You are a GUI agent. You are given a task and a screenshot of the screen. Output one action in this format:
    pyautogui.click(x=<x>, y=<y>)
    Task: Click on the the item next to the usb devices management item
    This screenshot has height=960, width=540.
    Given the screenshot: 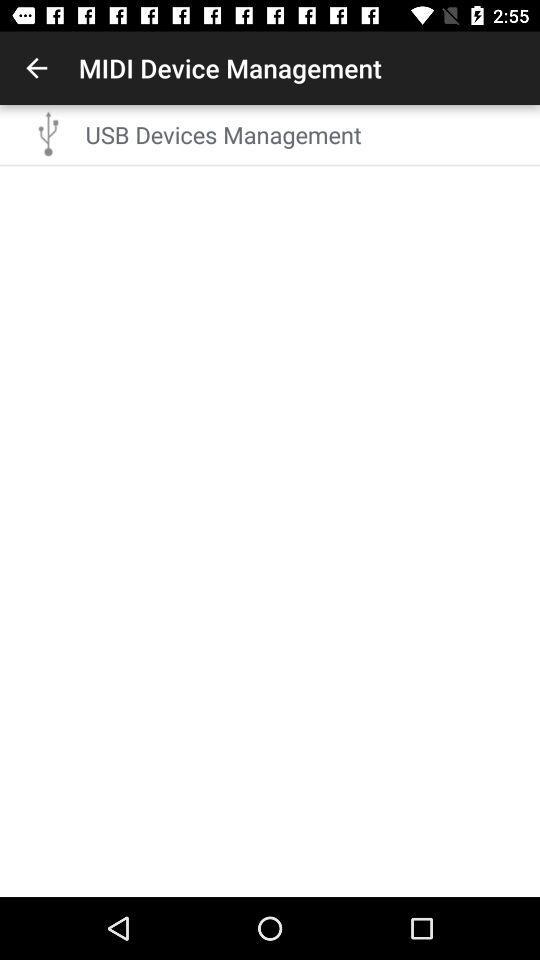 What is the action you would take?
    pyautogui.click(x=49, y=133)
    